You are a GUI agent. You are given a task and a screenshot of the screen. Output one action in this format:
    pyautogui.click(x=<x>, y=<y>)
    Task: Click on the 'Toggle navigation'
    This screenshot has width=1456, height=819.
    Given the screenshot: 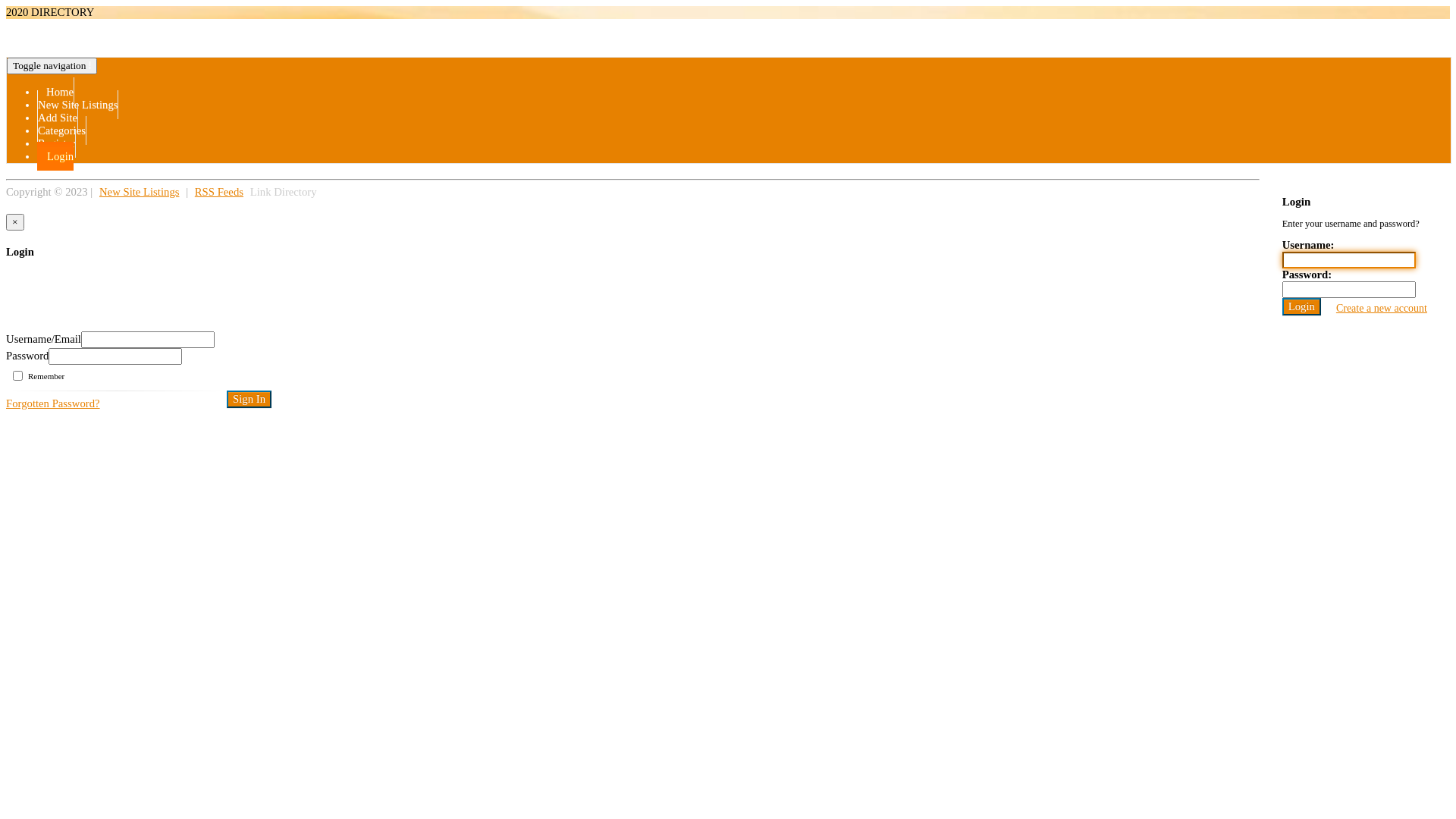 What is the action you would take?
    pyautogui.click(x=52, y=65)
    